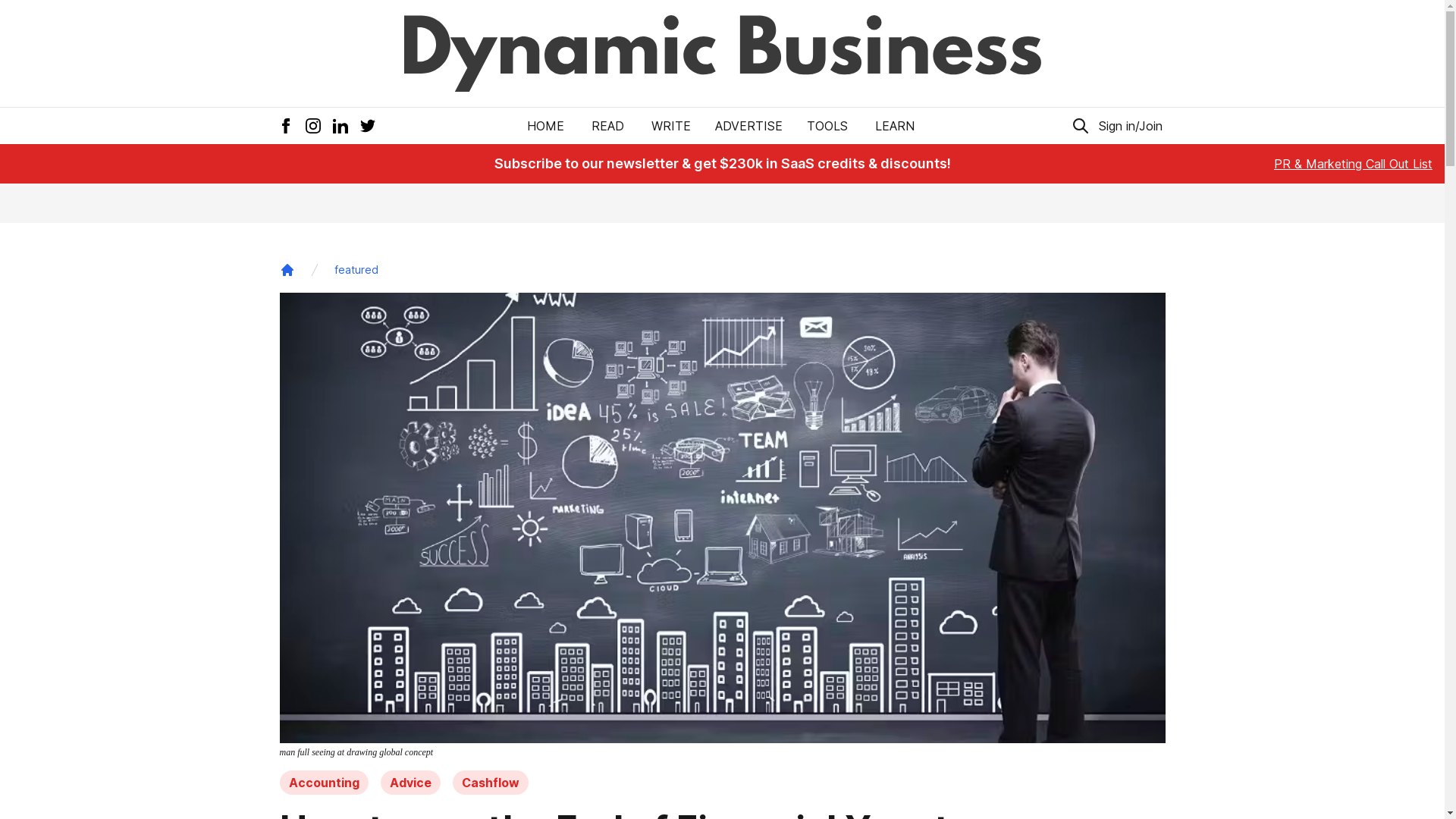  I want to click on 'LEARN', so click(872, 124).